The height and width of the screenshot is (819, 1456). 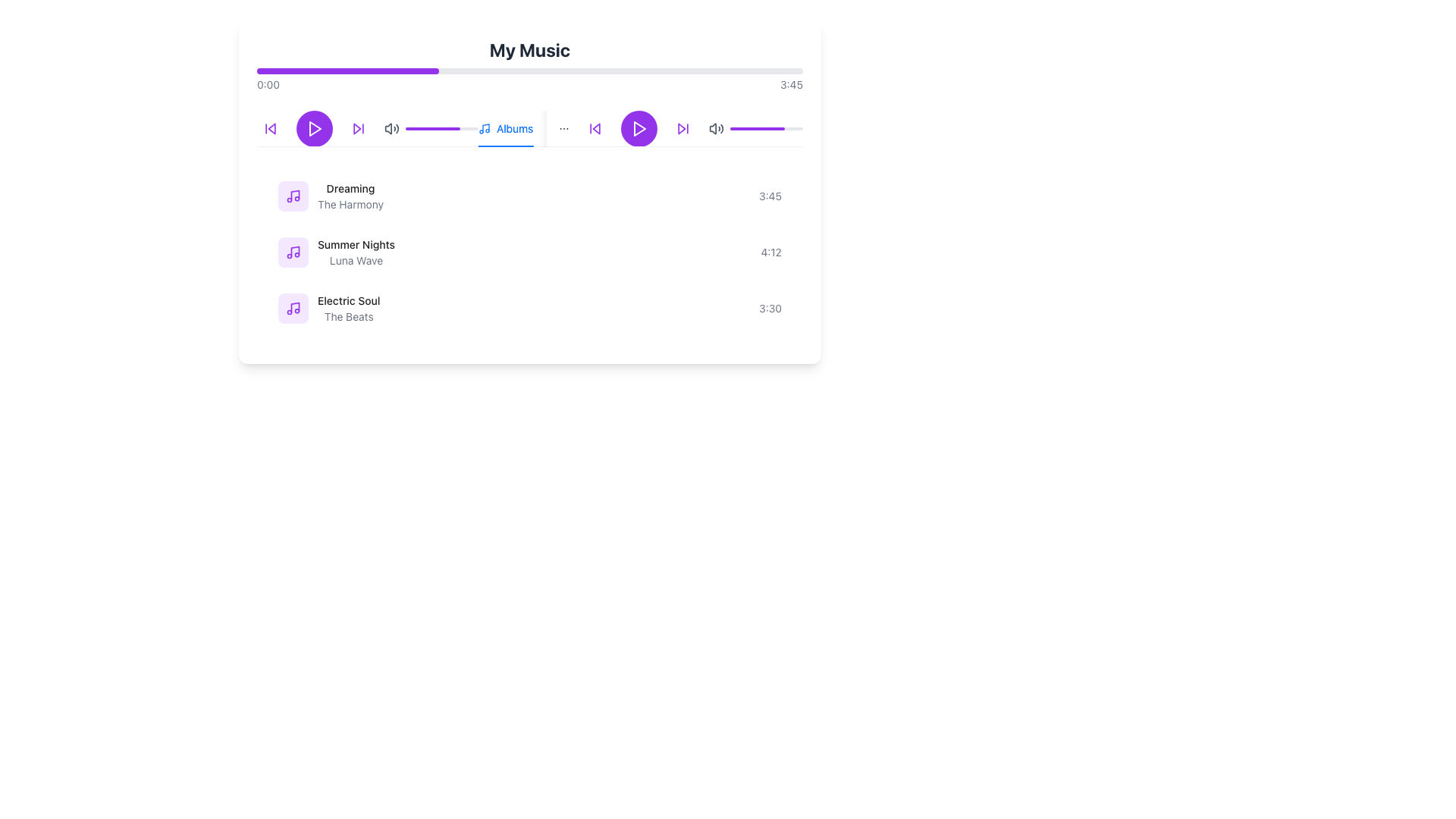 I want to click on the third selectable music track item in the vertical list, so click(x=530, y=308).